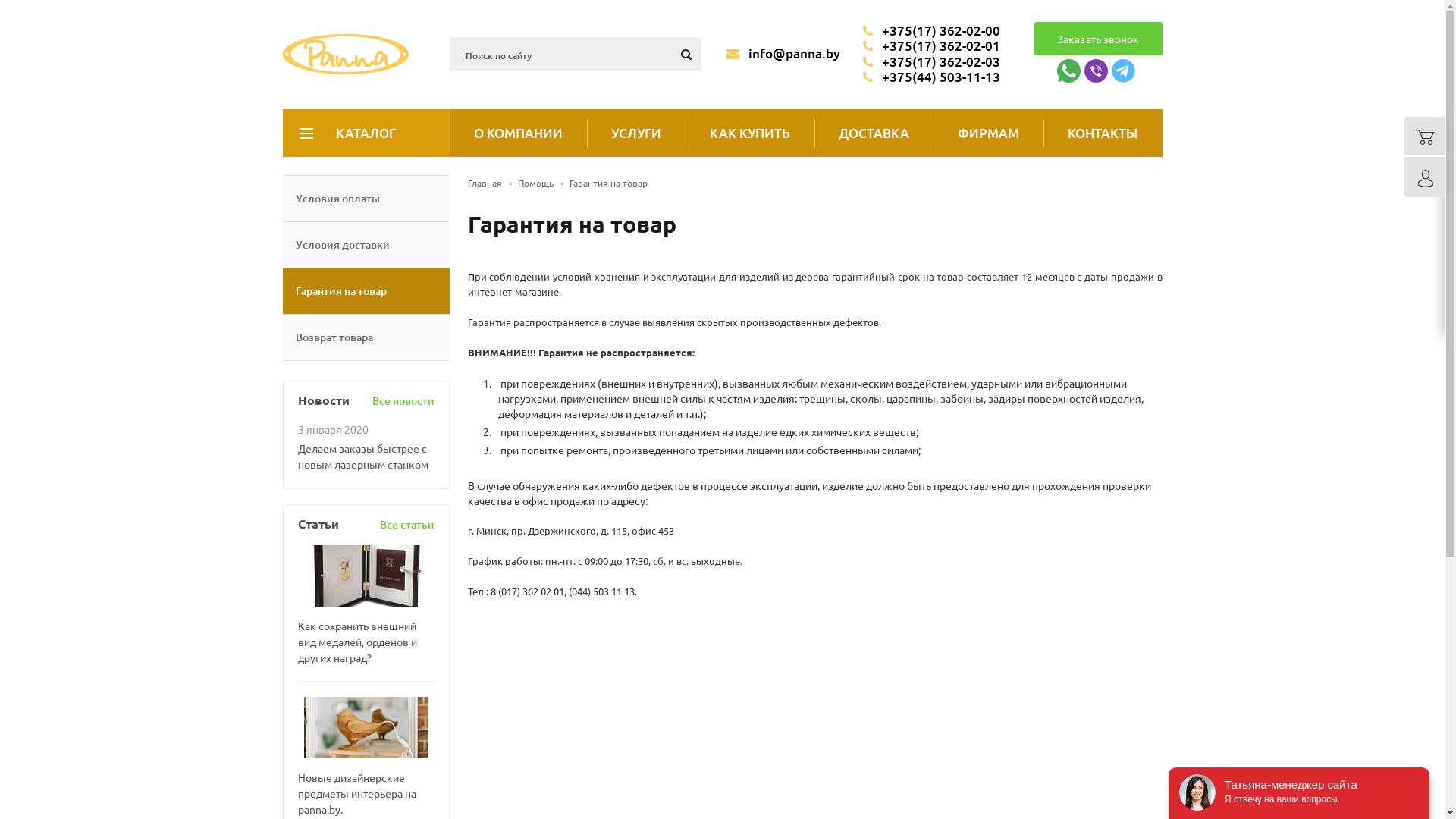 This screenshot has width=1456, height=819. Describe the element at coordinates (930, 77) in the screenshot. I see `'+375(44) 503-11-13'` at that location.